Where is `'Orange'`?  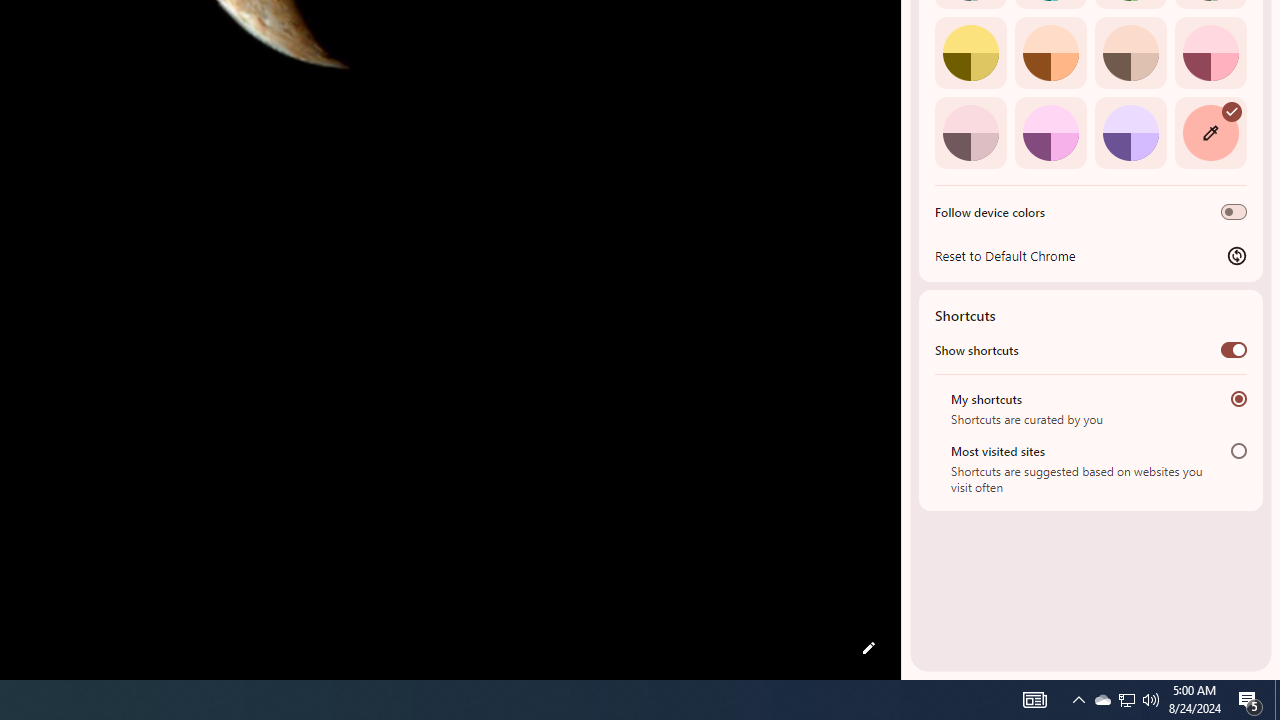 'Orange' is located at coordinates (1049, 51).